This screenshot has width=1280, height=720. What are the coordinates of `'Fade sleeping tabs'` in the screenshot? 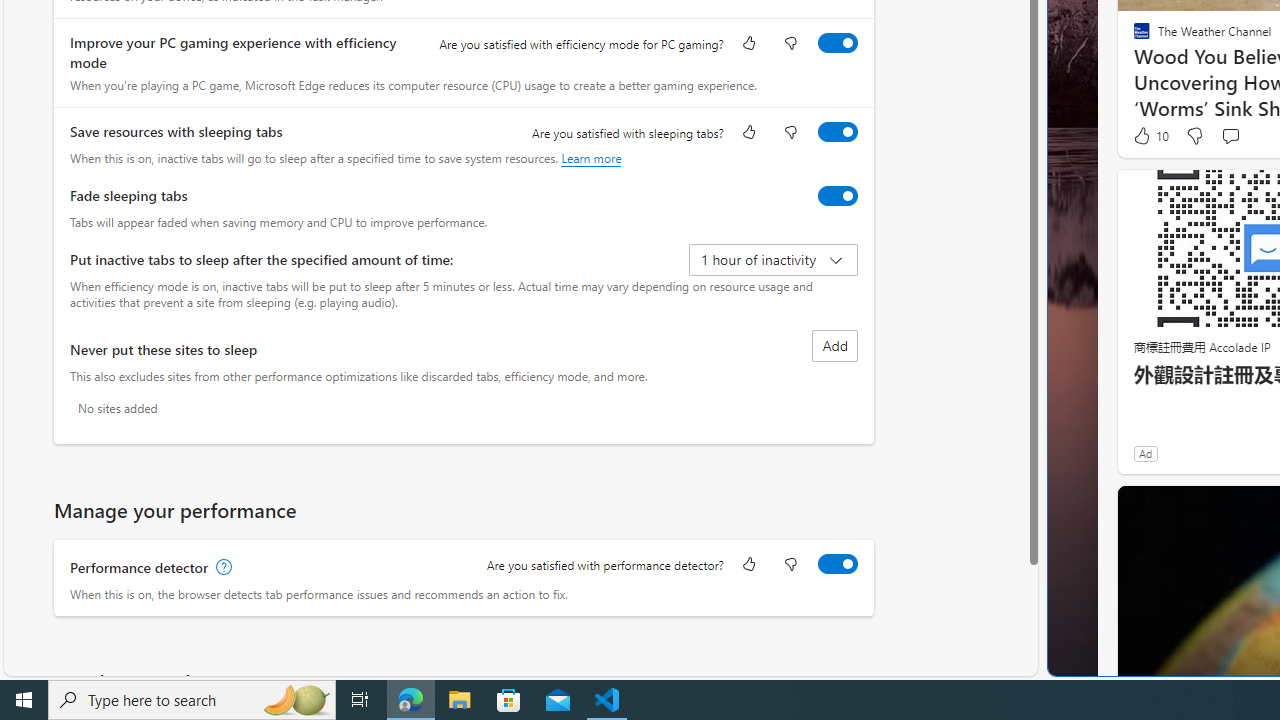 It's located at (837, 195).